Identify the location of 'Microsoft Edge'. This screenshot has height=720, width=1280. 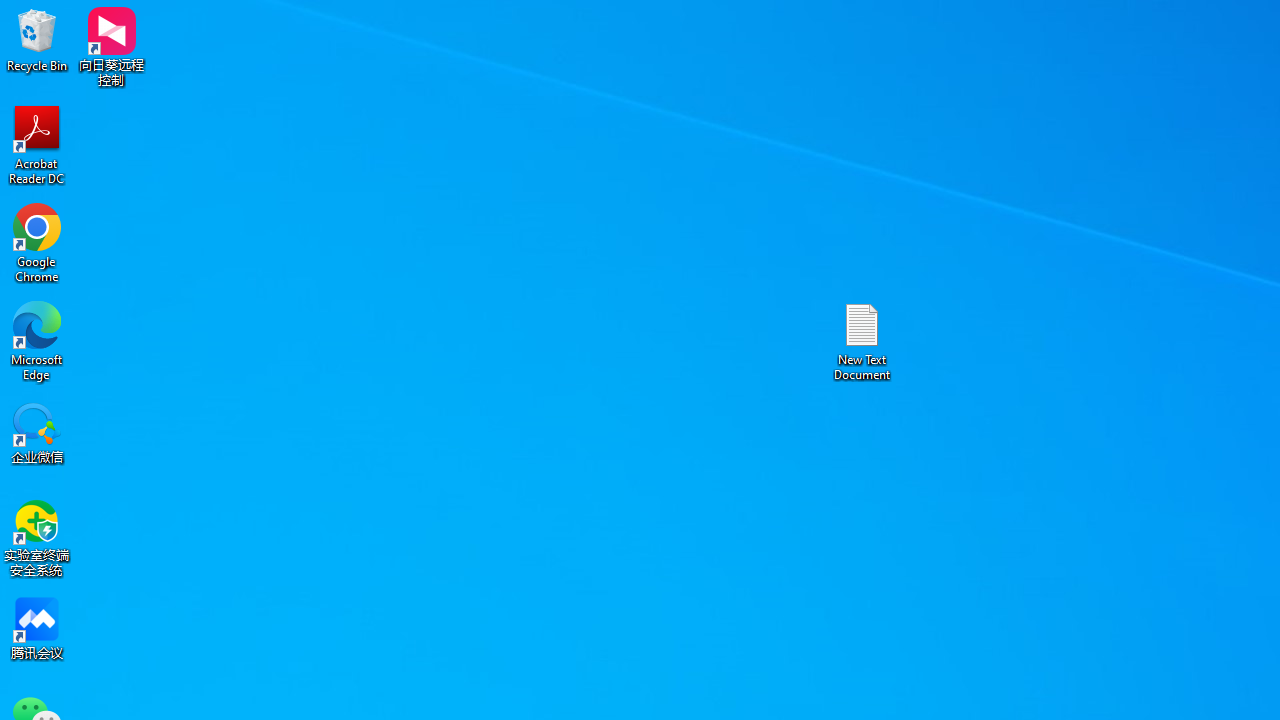
(37, 340).